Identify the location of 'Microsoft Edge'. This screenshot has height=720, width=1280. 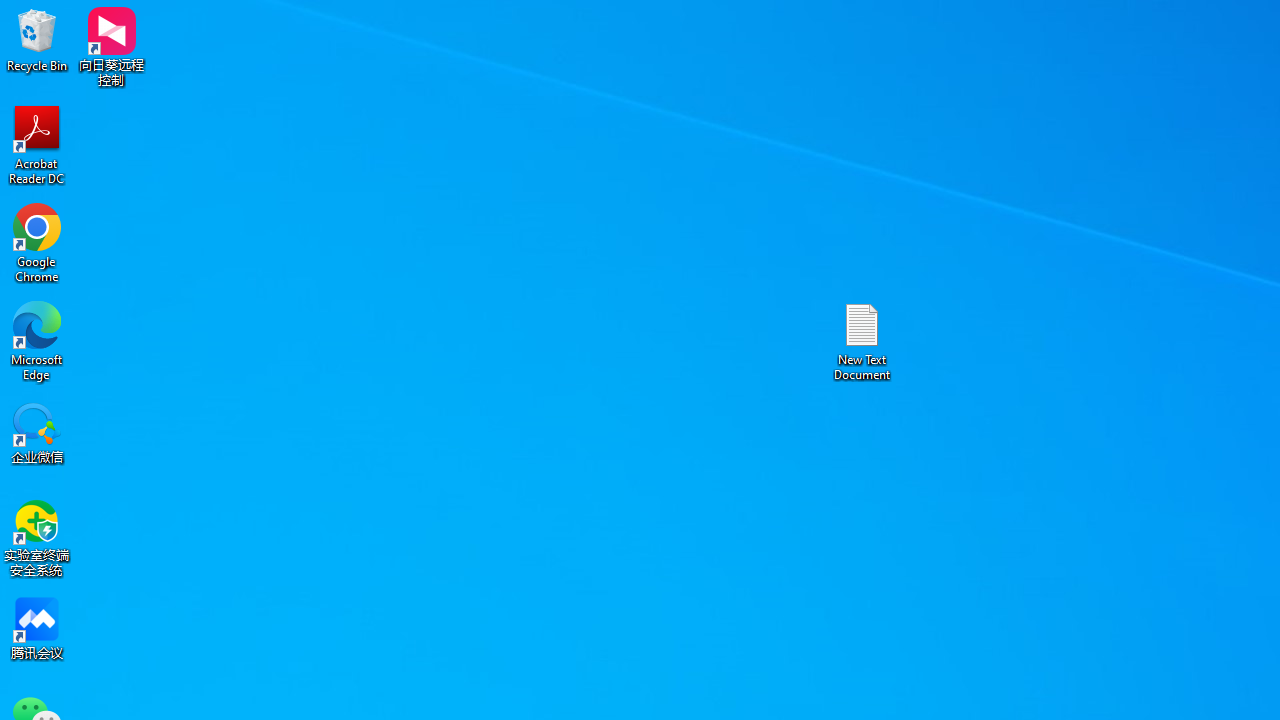
(37, 340).